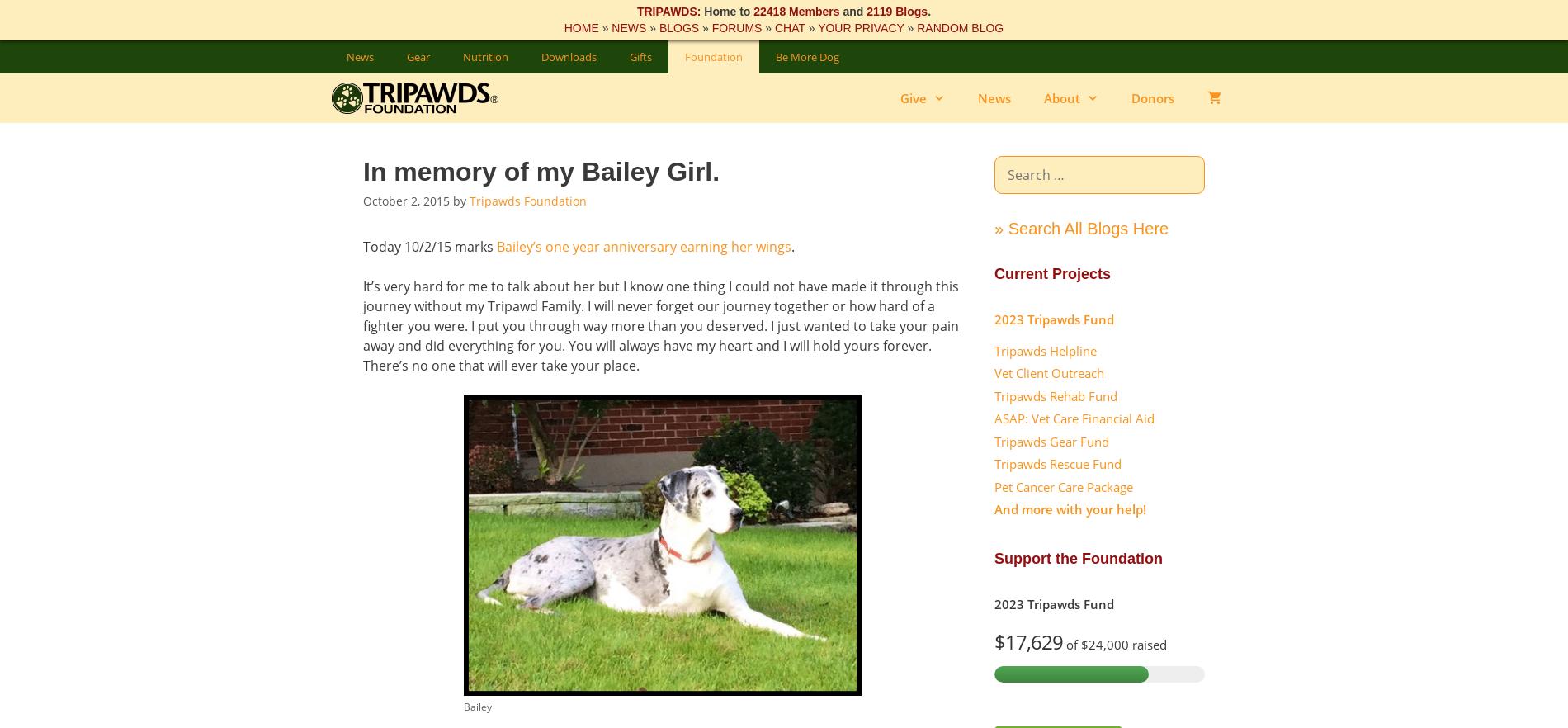  I want to click on '$17,629', so click(1027, 641).